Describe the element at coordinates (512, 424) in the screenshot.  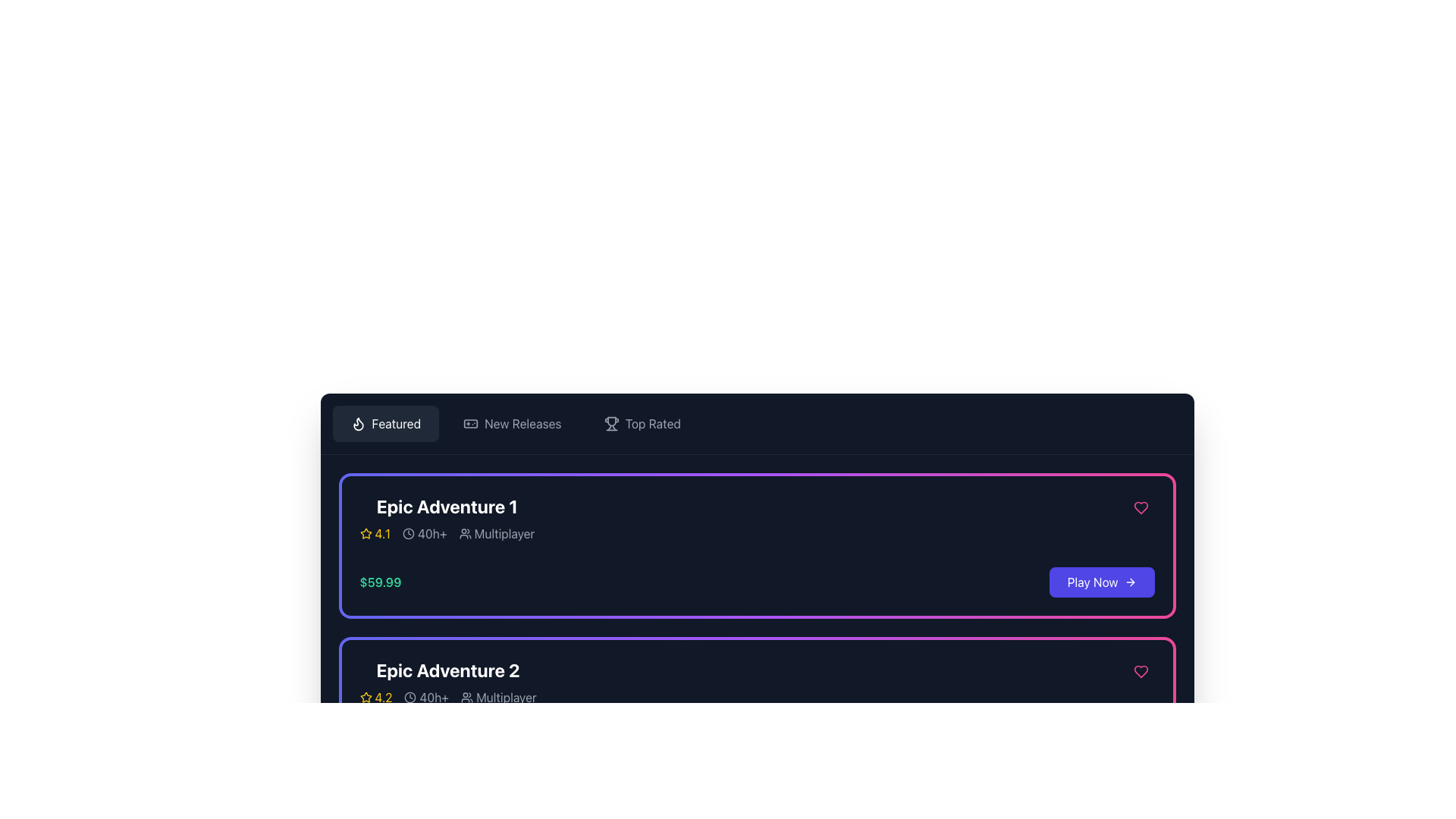
I see `the 'New Releases' button` at that location.